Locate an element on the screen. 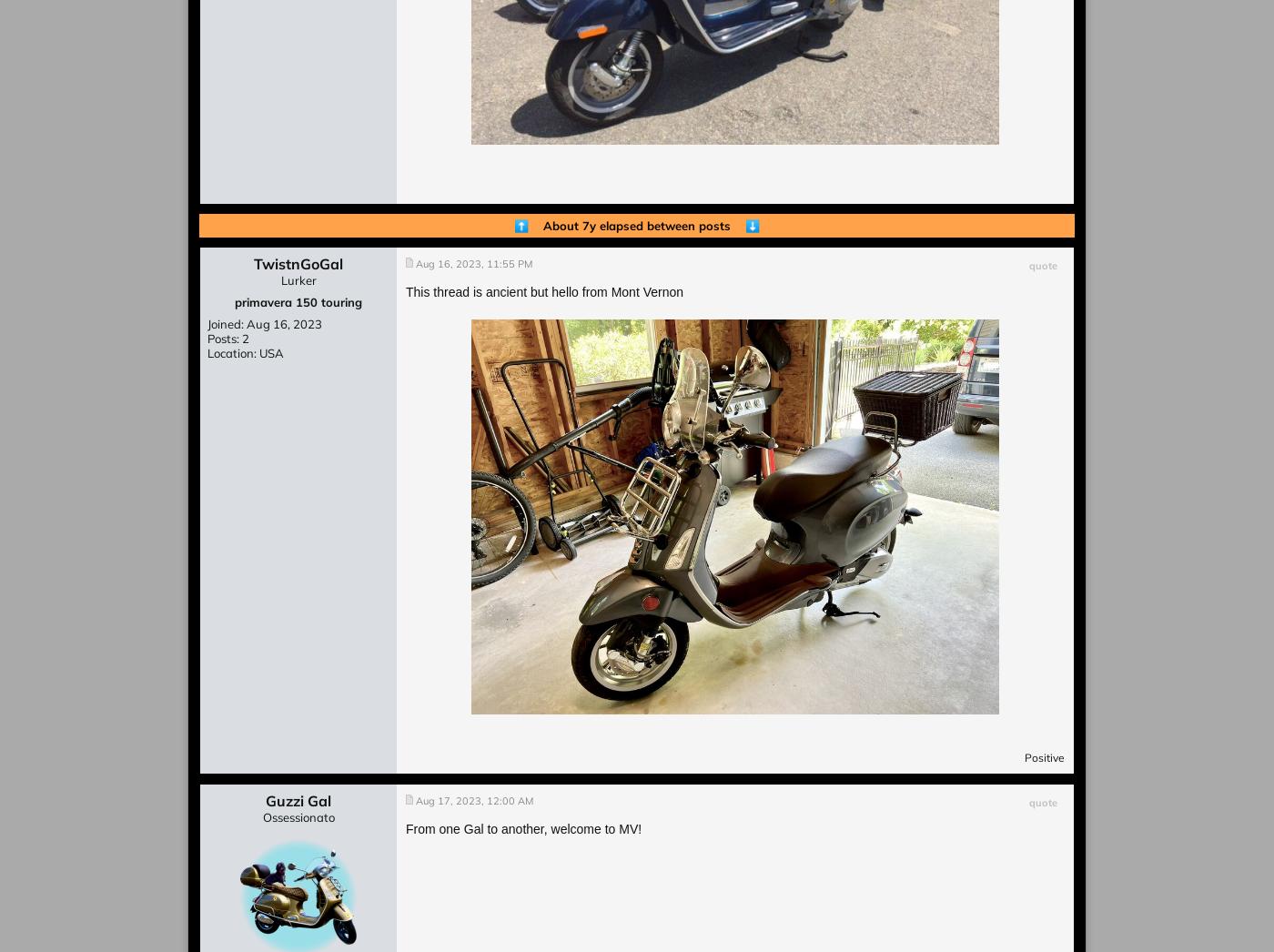 This screenshot has height=952, width=1274. 'Aug 17, 2023, 12:00 AM' is located at coordinates (474, 799).